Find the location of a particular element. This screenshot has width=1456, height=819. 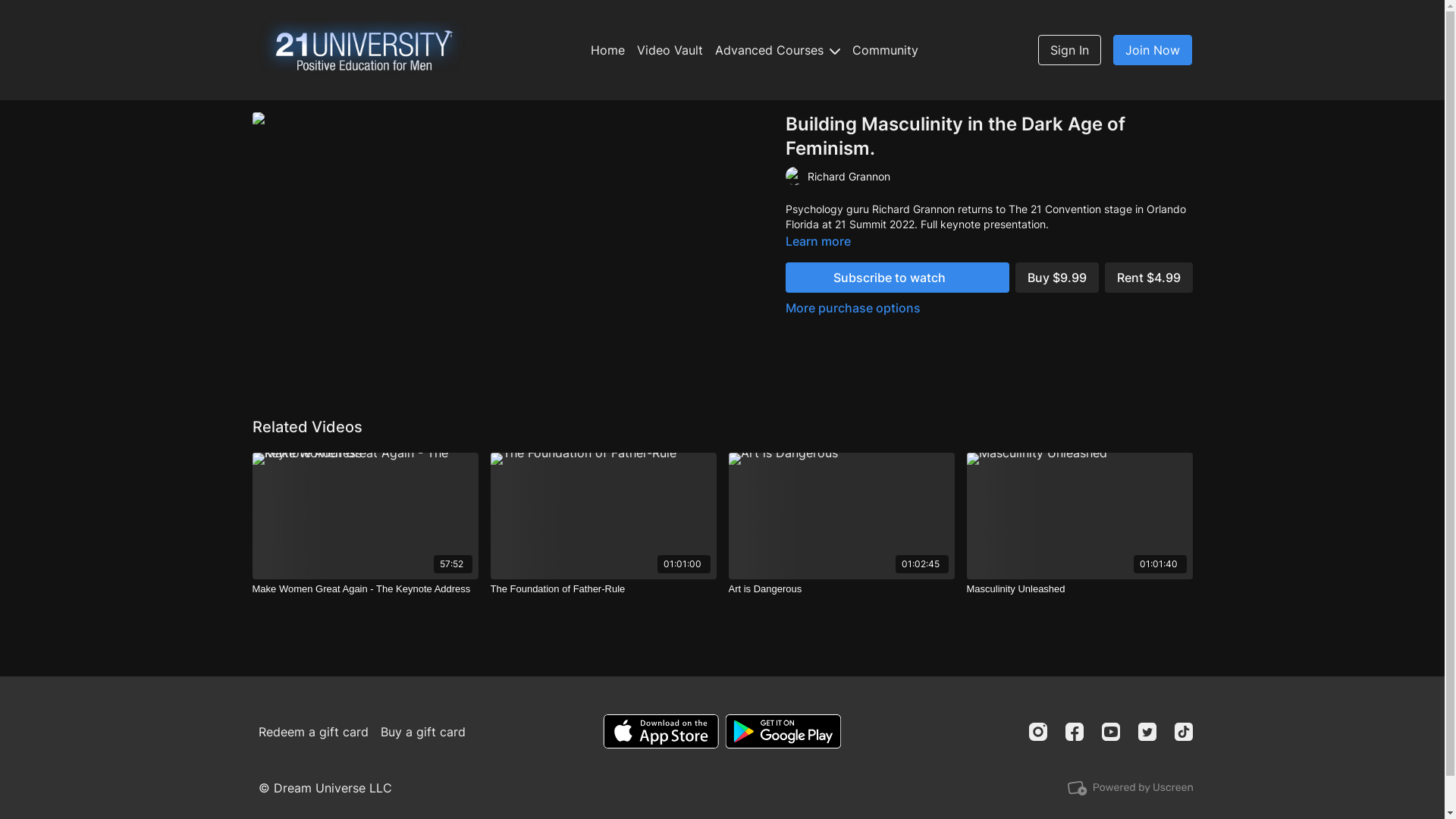

'01:02:45' is located at coordinates (839, 515).